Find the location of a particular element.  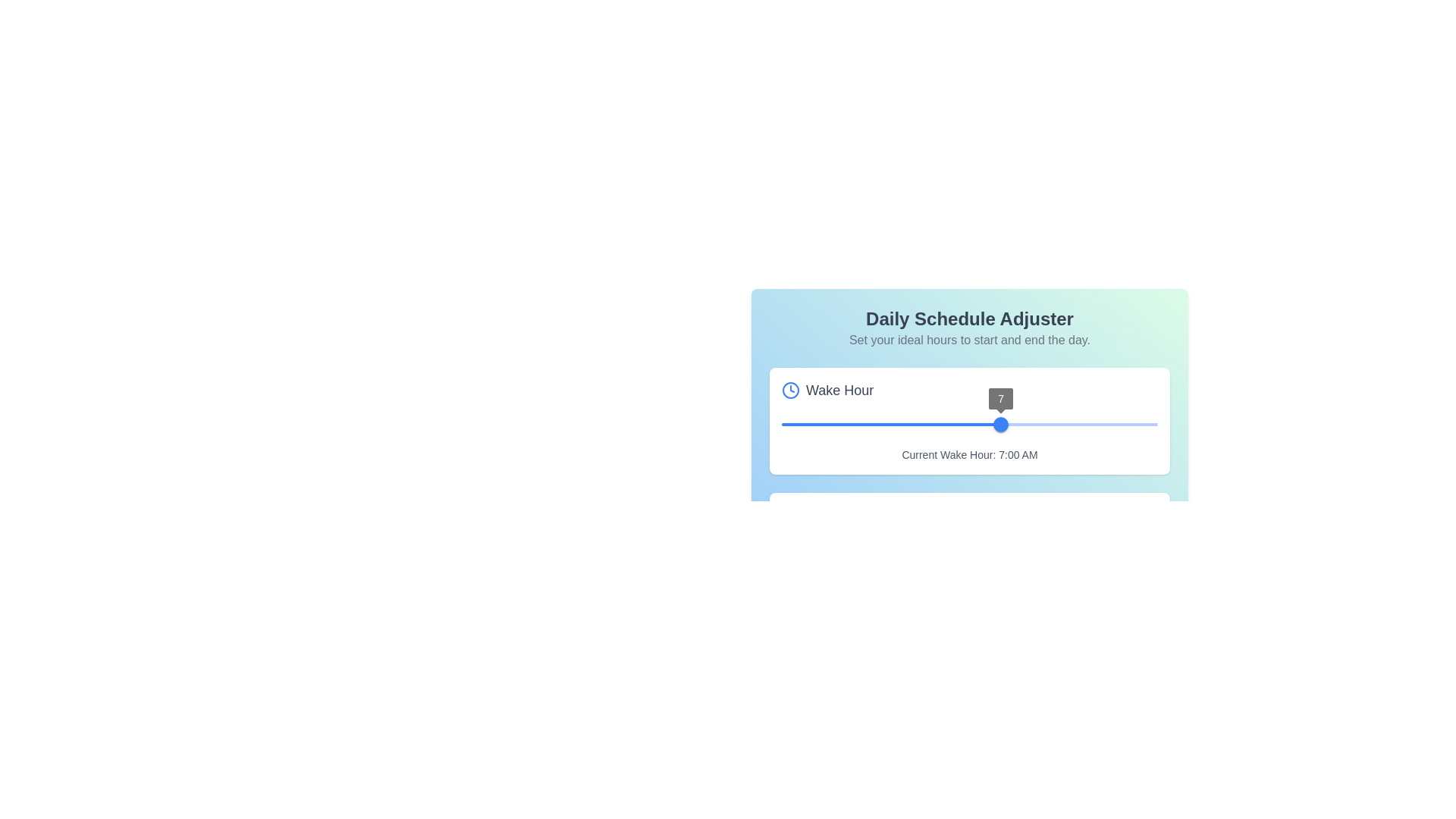

the wake hour is located at coordinates (1141, 424).